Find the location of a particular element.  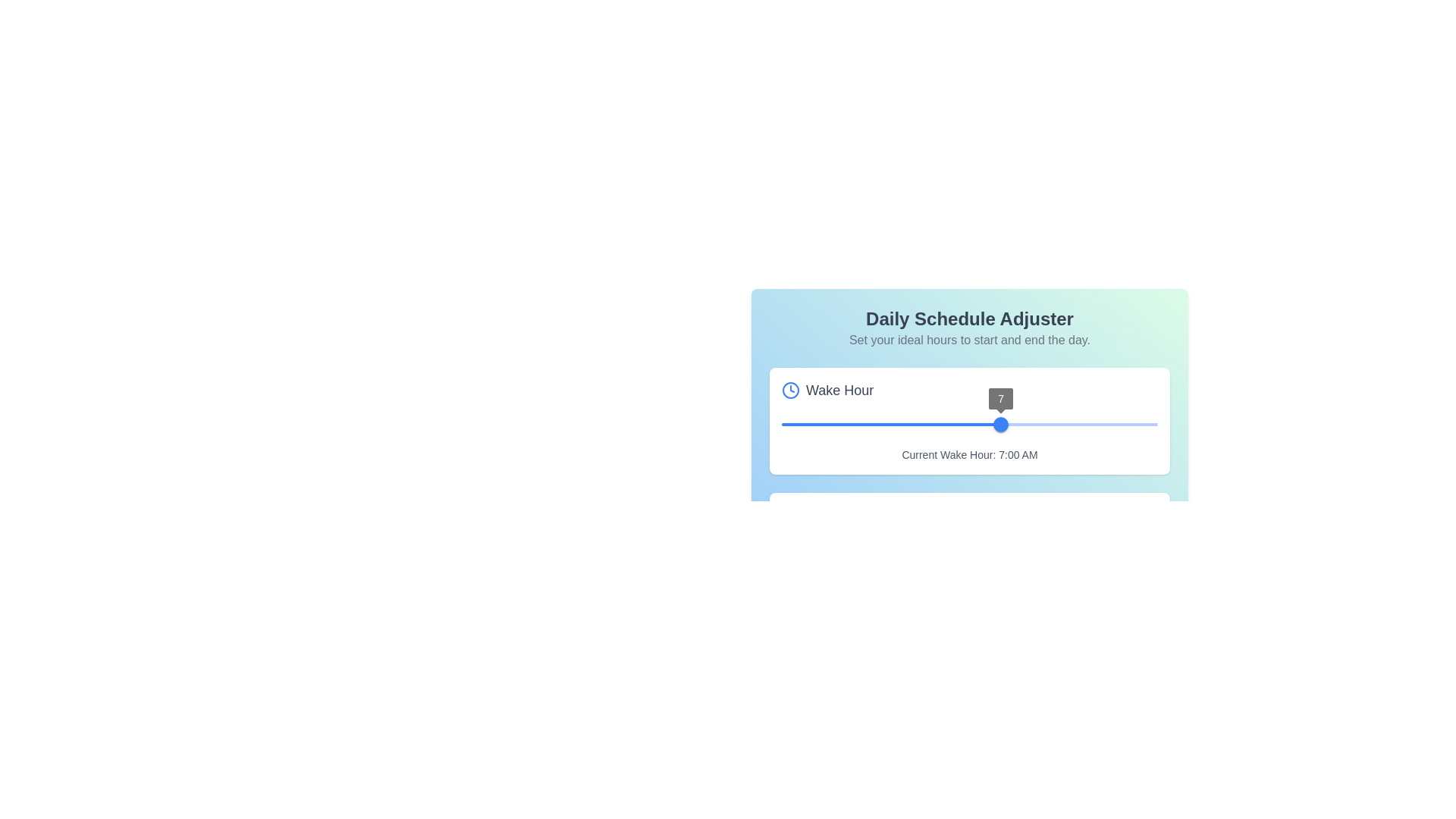

the wake hour is located at coordinates (1141, 424).